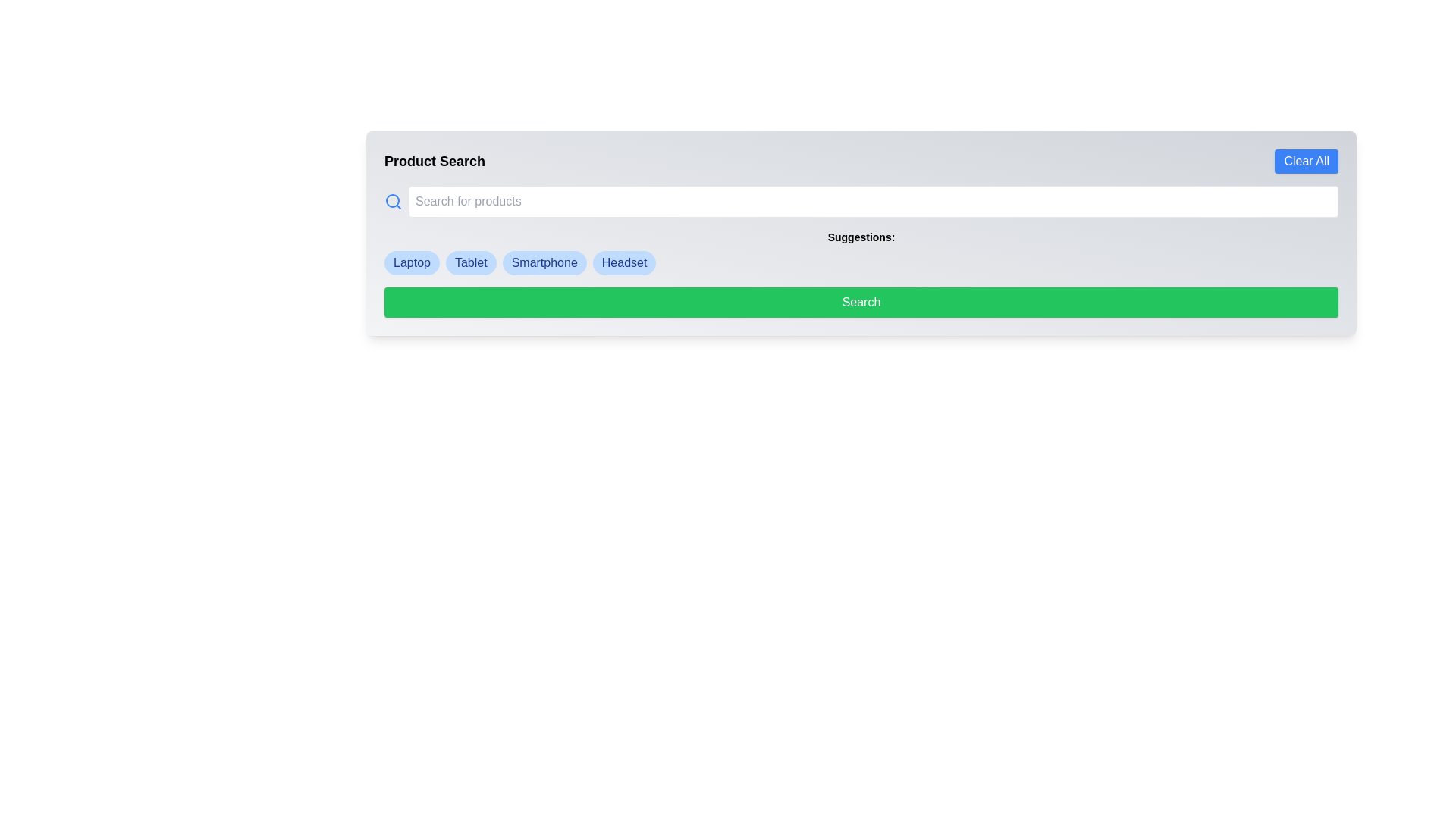 This screenshot has width=1456, height=819. What do you see at coordinates (861, 251) in the screenshot?
I see `the suggestion items in the Information display labeled 'Suggestions:'` at bounding box center [861, 251].